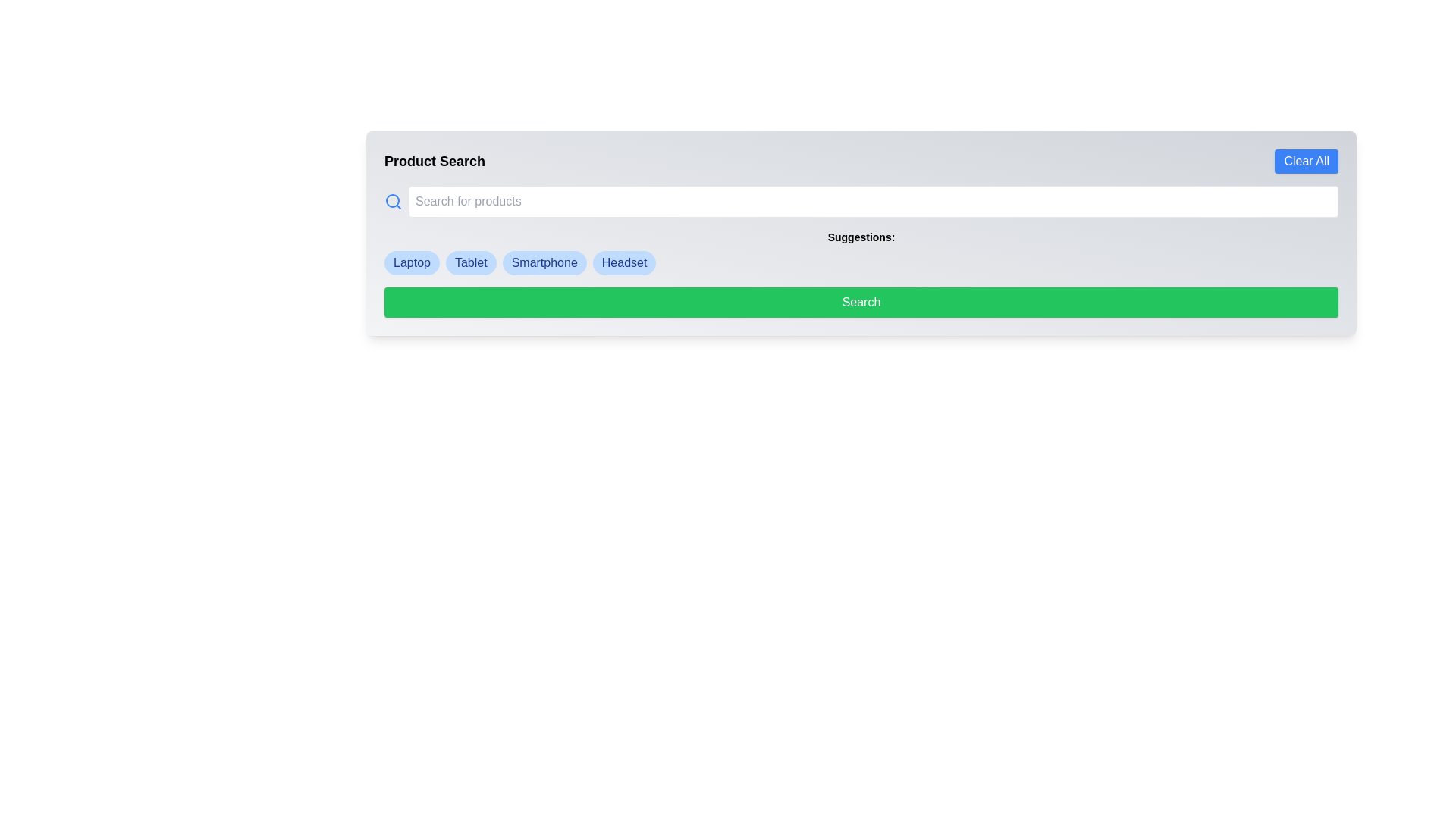 This screenshot has width=1456, height=819. What do you see at coordinates (861, 251) in the screenshot?
I see `the suggestion items in the Information display labeled 'Suggestions:'` at bounding box center [861, 251].